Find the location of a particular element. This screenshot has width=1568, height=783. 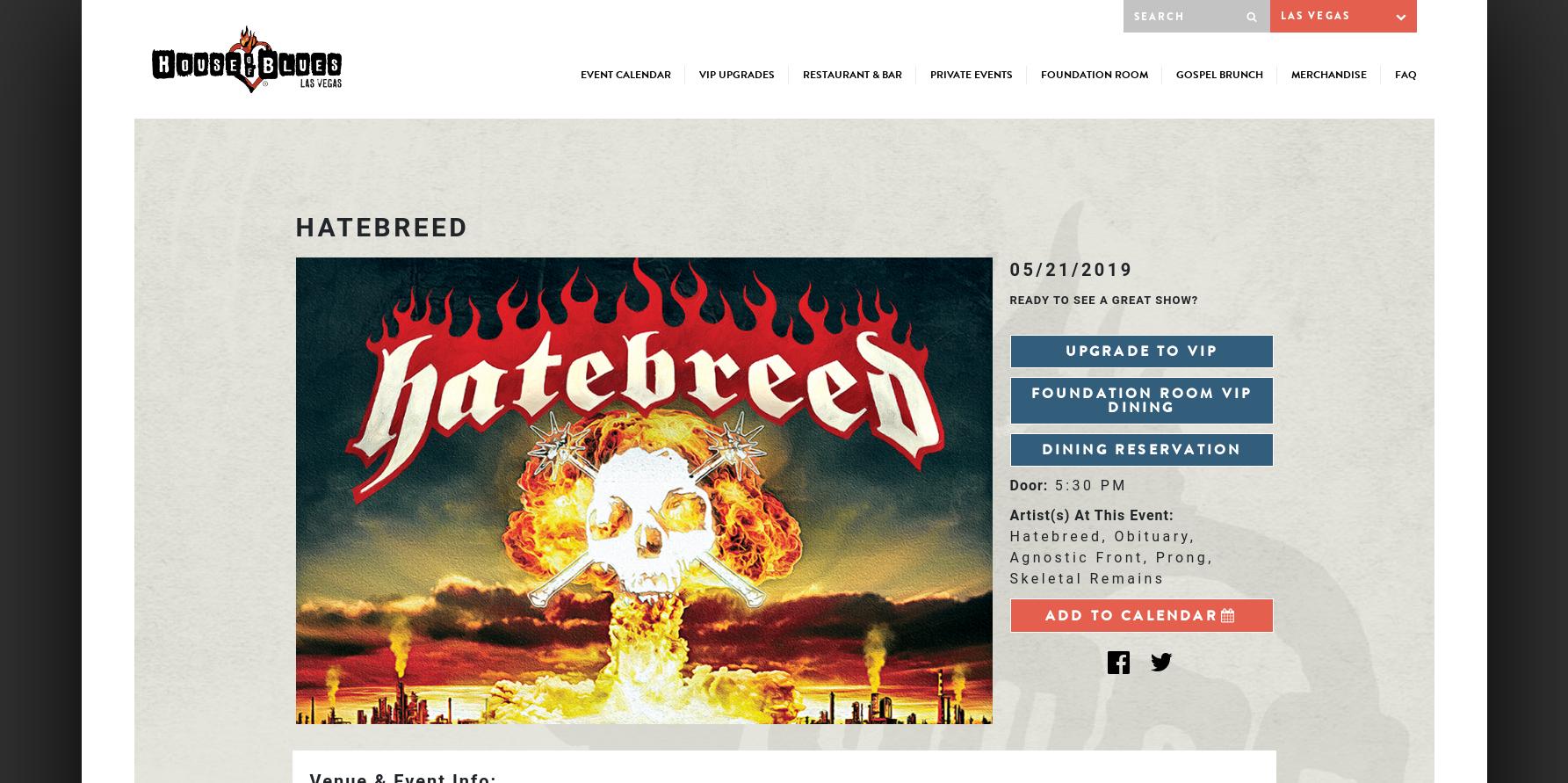

'HATEBREED' is located at coordinates (381, 226).